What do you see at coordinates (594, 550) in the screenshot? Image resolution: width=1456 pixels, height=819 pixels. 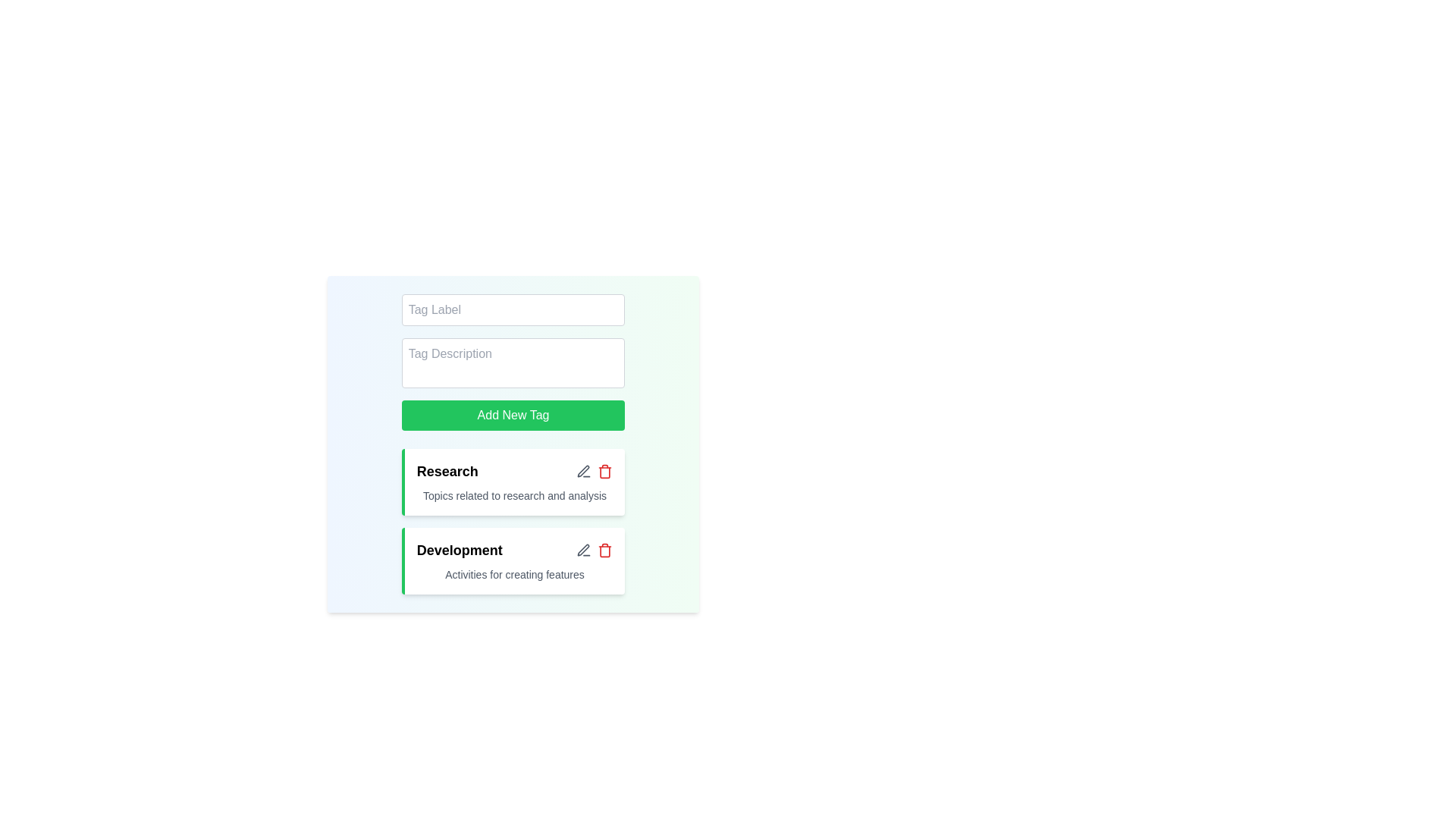 I see `the trashcan icon in the horizontal button group located at the top-right corner of the 'Development' card` at bounding box center [594, 550].